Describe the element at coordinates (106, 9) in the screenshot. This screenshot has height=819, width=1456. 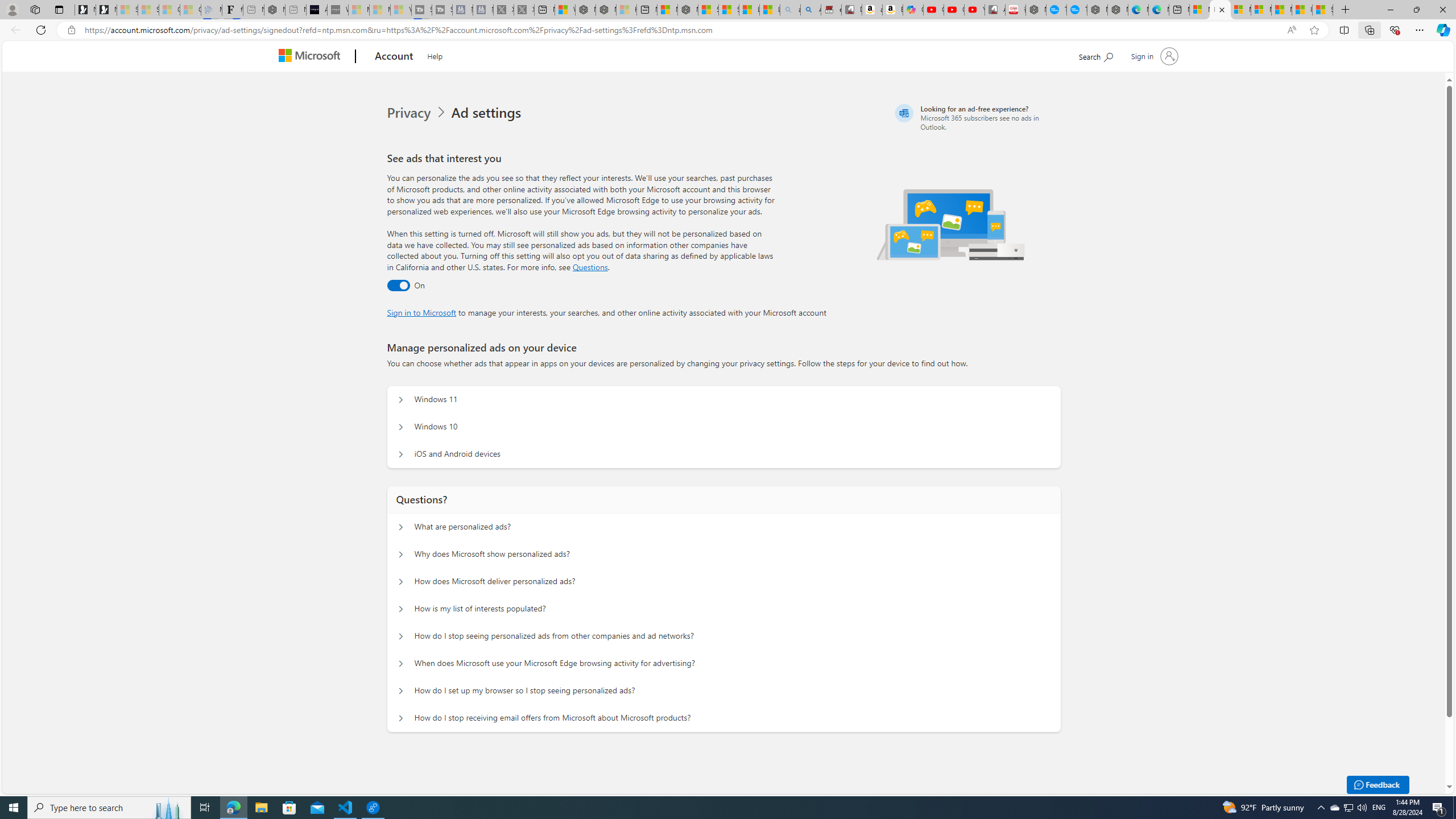
I see `'Newsletter Sign Up'` at that location.